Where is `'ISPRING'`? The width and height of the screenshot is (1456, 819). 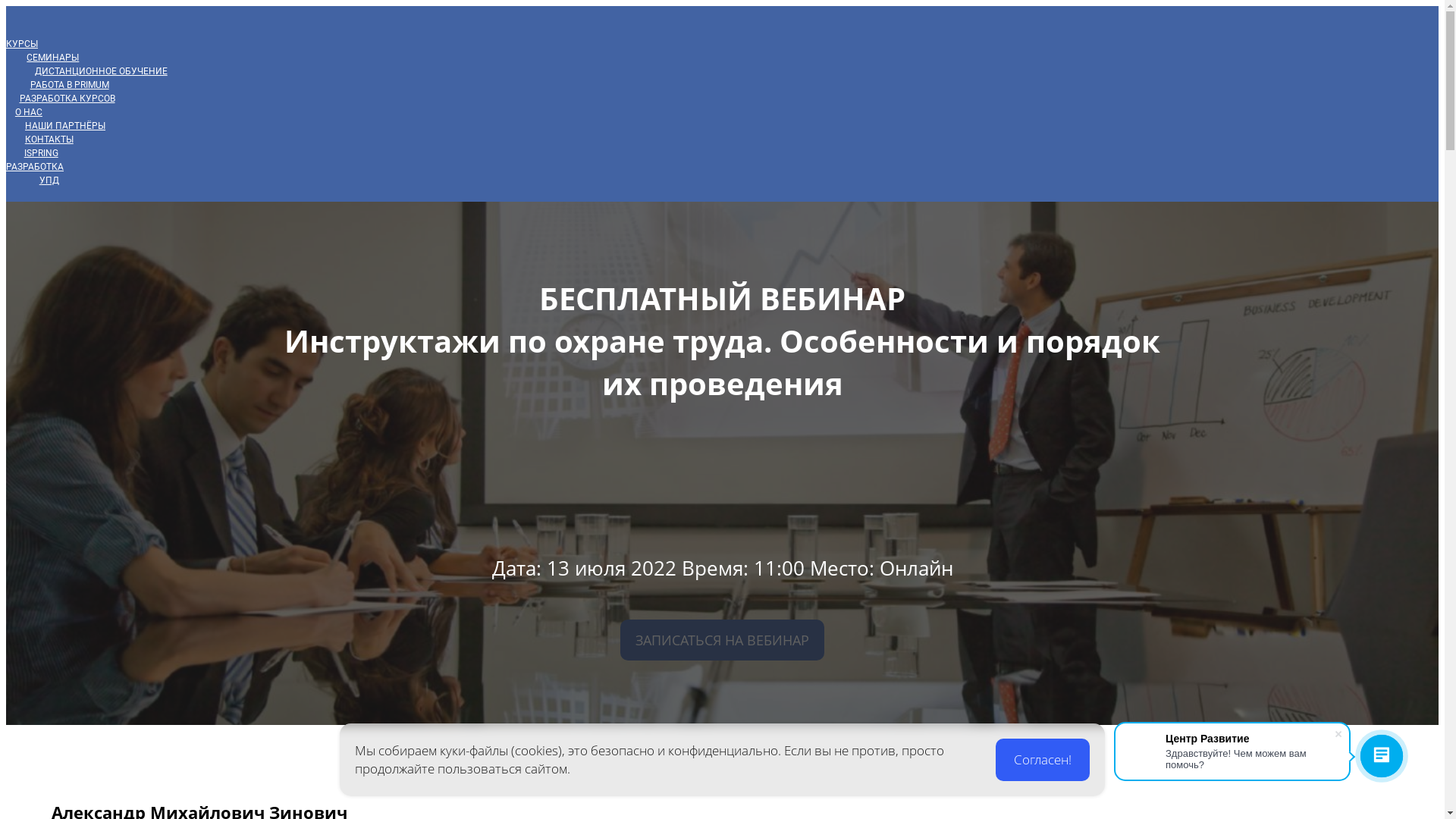 'ISPRING' is located at coordinates (41, 152).